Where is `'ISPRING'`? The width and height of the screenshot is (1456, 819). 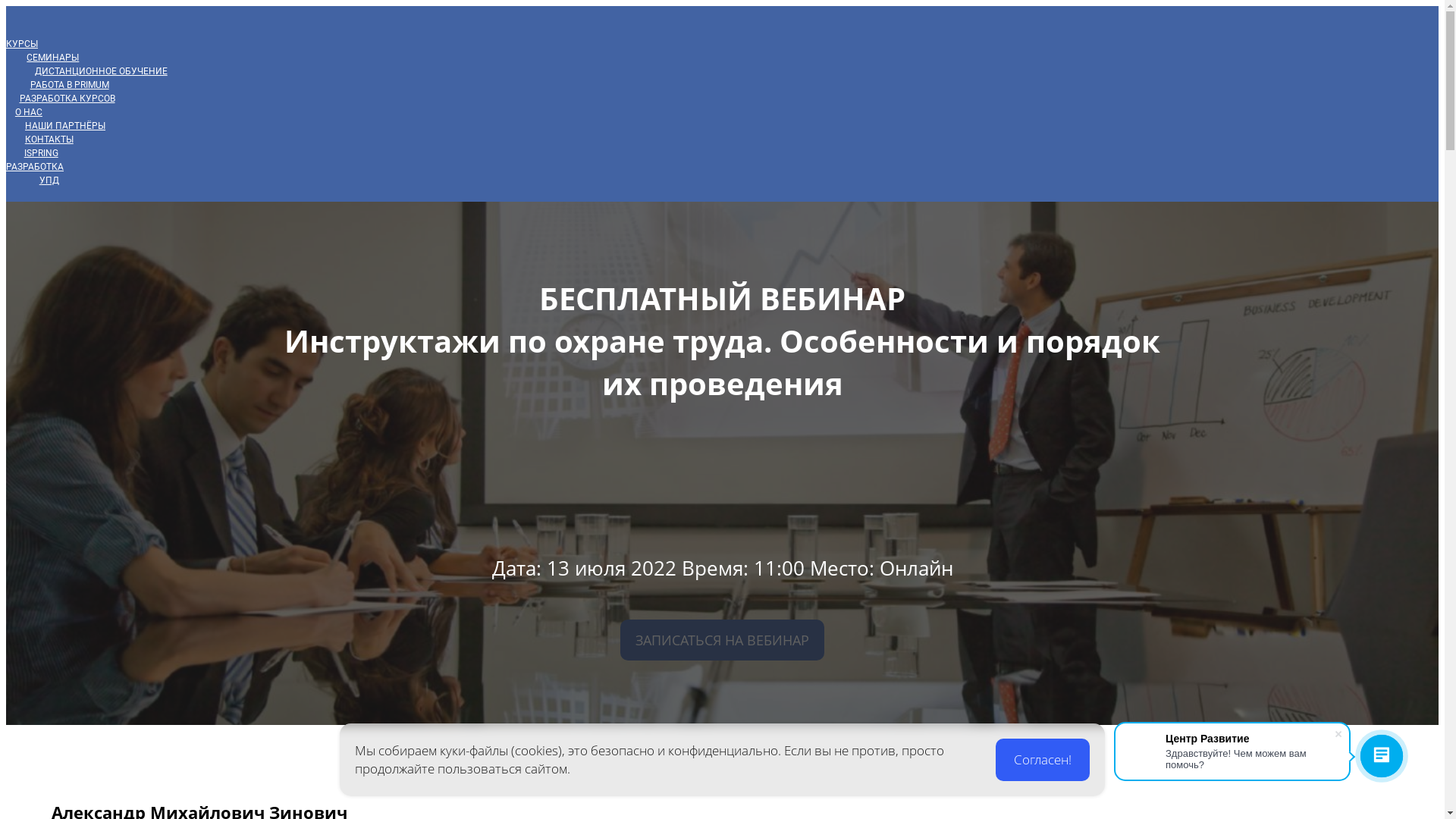 'ISPRING' is located at coordinates (41, 152).